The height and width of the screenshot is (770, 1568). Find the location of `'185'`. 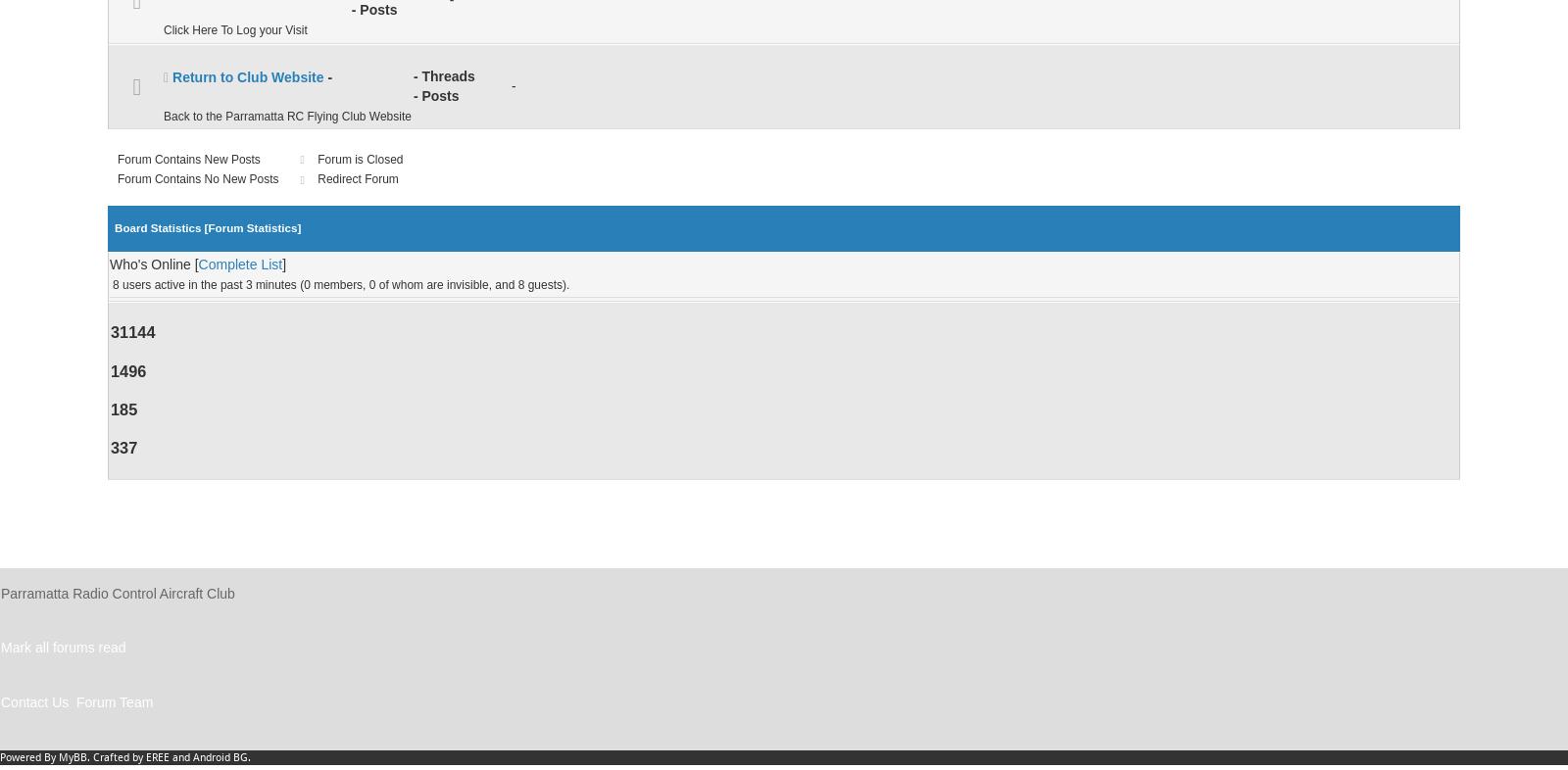

'185' is located at coordinates (122, 408).